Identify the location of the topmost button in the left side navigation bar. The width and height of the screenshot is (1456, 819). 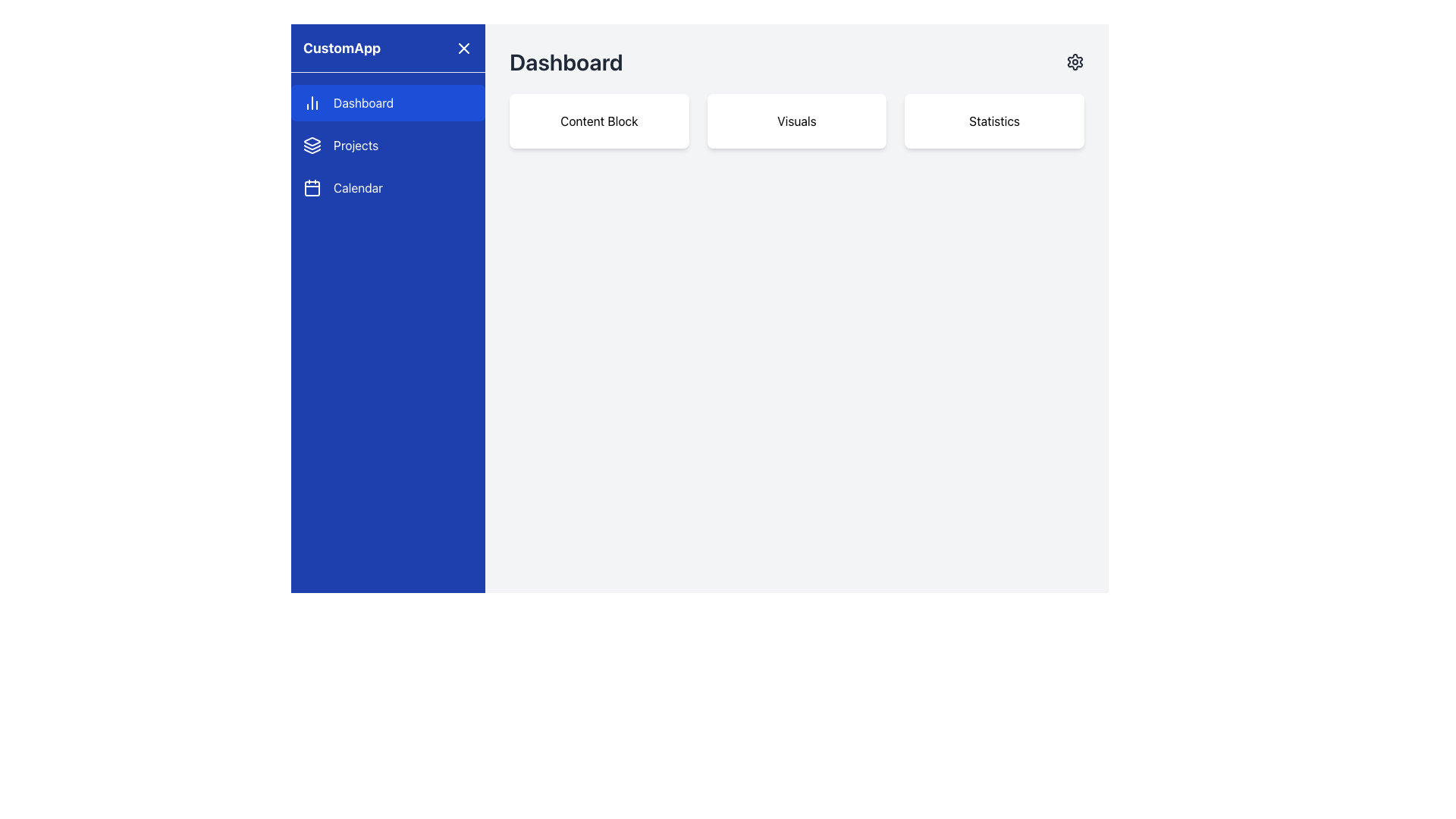
(388, 102).